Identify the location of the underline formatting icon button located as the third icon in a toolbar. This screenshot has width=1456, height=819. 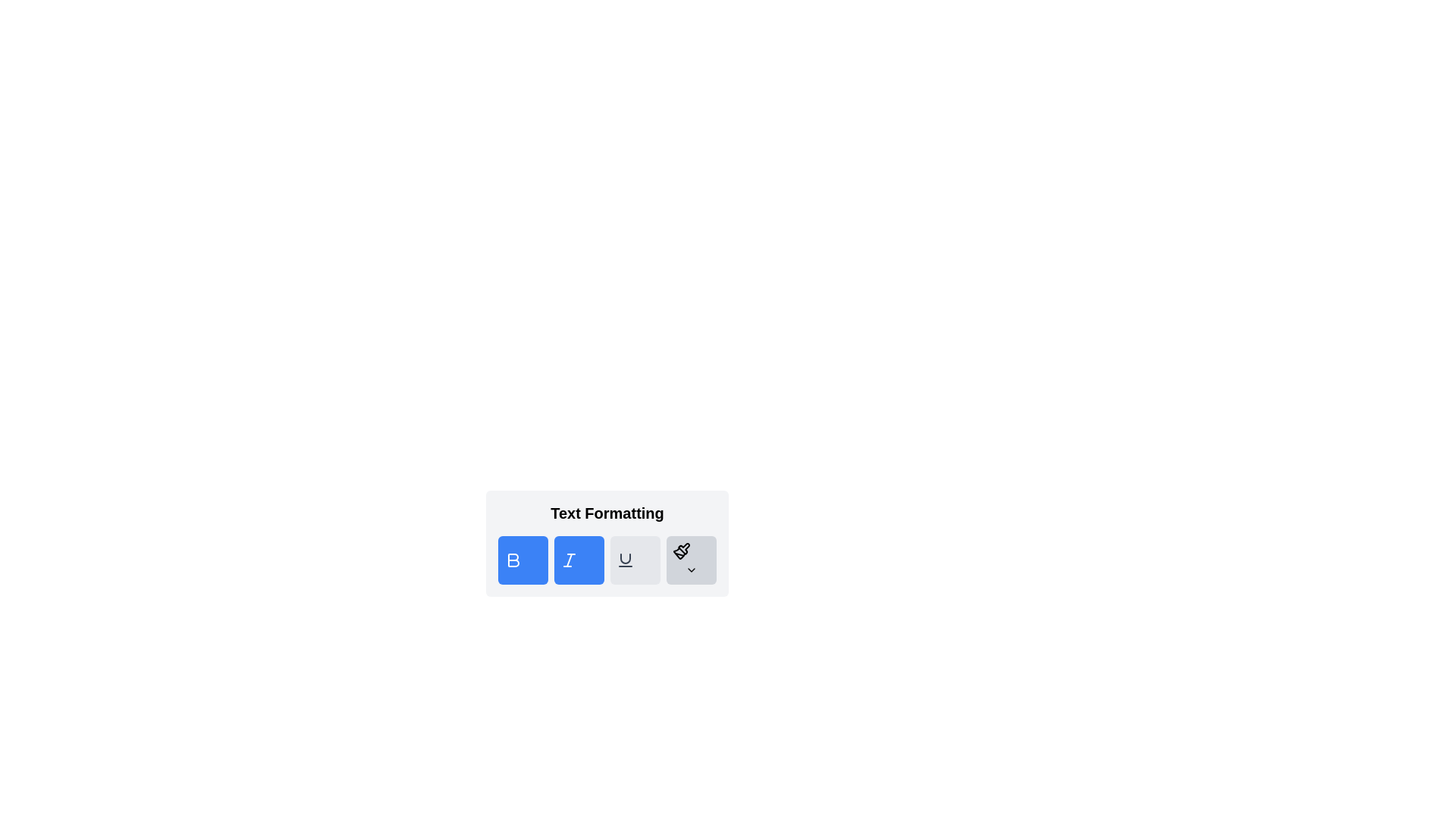
(626, 560).